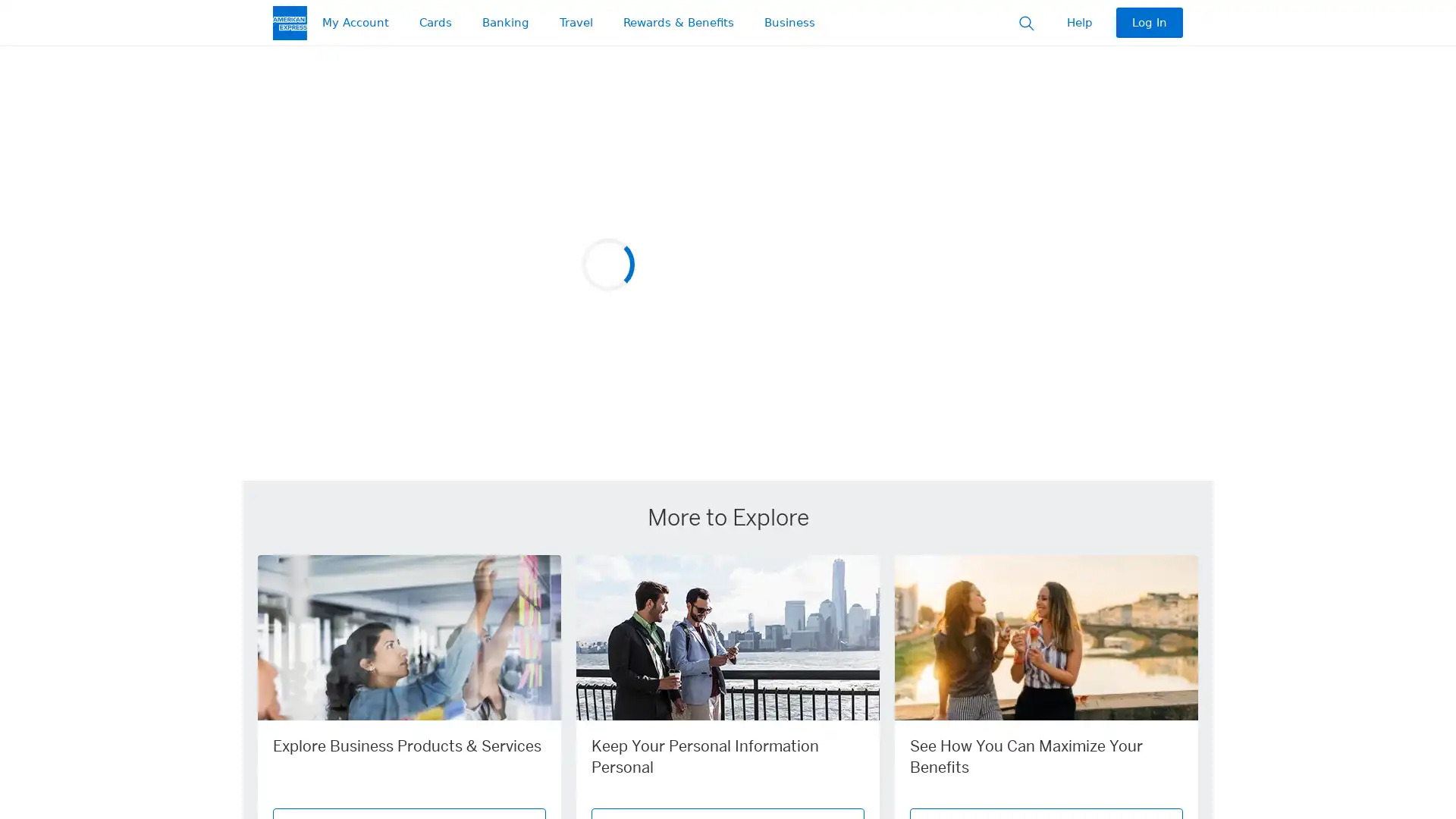 This screenshot has width=1456, height=819. What do you see at coordinates (723, 657) in the screenshot?
I see `Next Slide` at bounding box center [723, 657].